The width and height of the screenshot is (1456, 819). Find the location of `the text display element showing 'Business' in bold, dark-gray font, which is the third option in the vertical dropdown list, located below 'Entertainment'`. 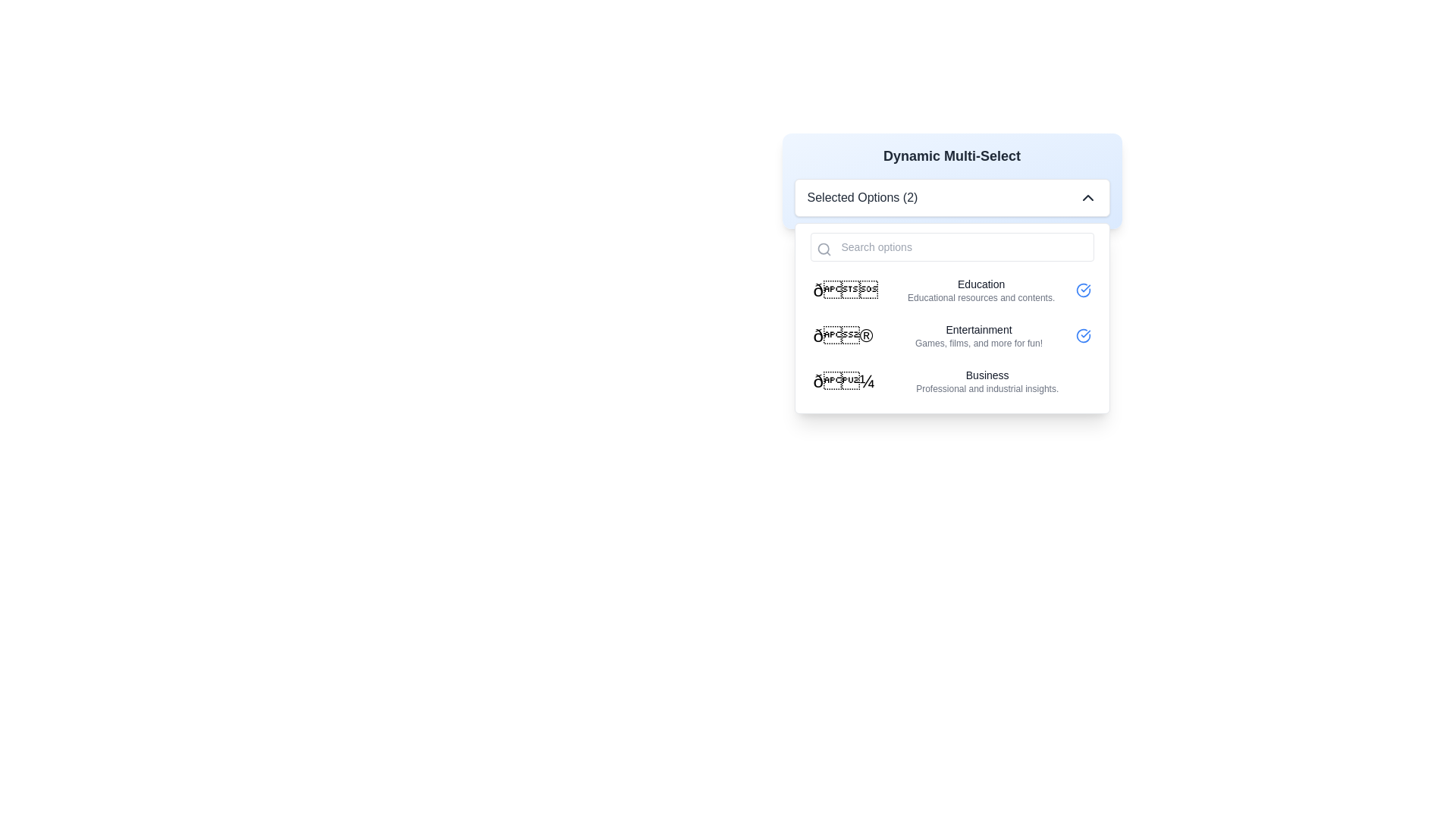

the text display element showing 'Business' in bold, dark-gray font, which is the third option in the vertical dropdown list, located below 'Entertainment' is located at coordinates (987, 380).